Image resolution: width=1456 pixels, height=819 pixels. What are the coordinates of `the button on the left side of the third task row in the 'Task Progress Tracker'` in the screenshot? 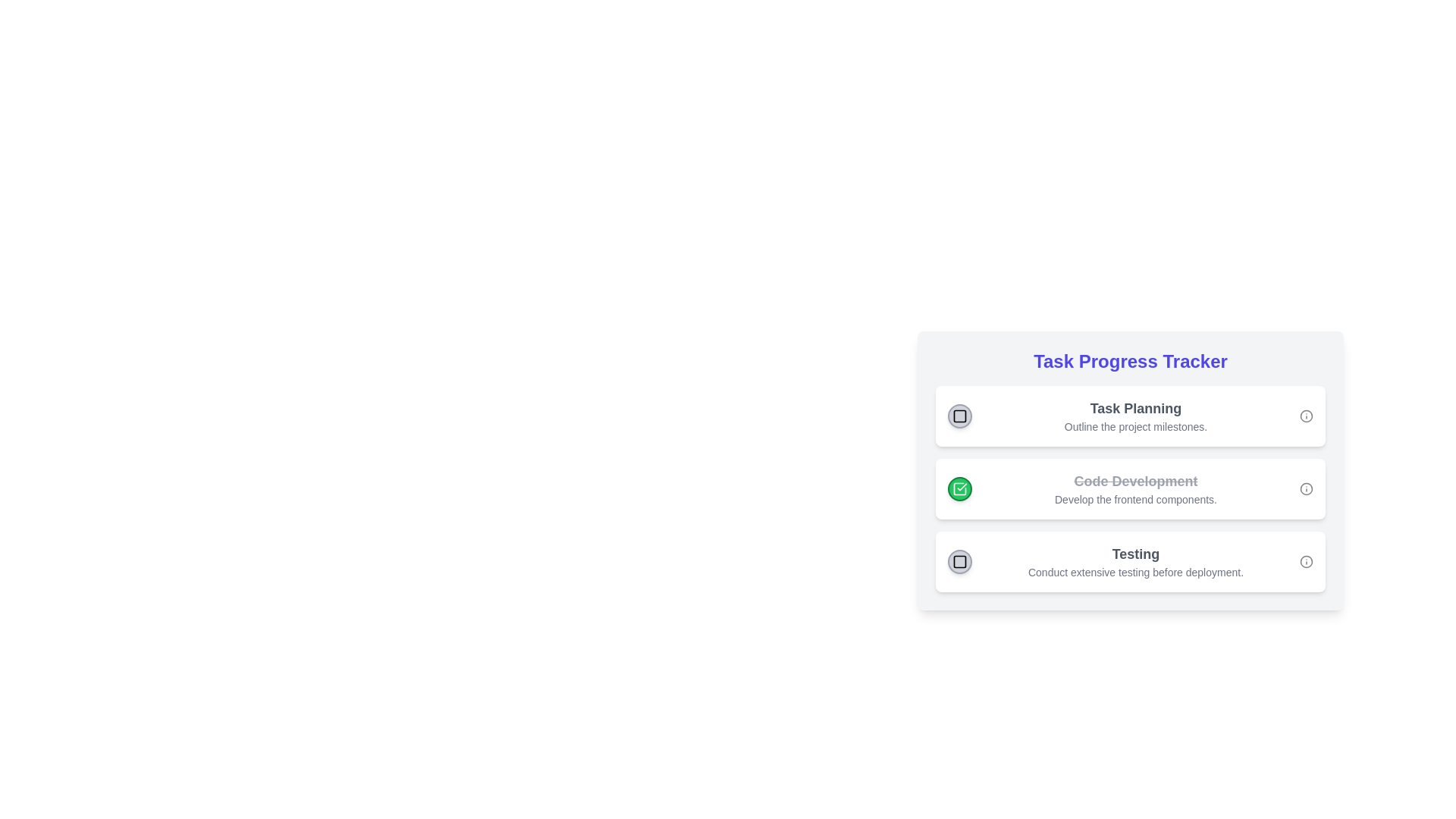 It's located at (959, 561).